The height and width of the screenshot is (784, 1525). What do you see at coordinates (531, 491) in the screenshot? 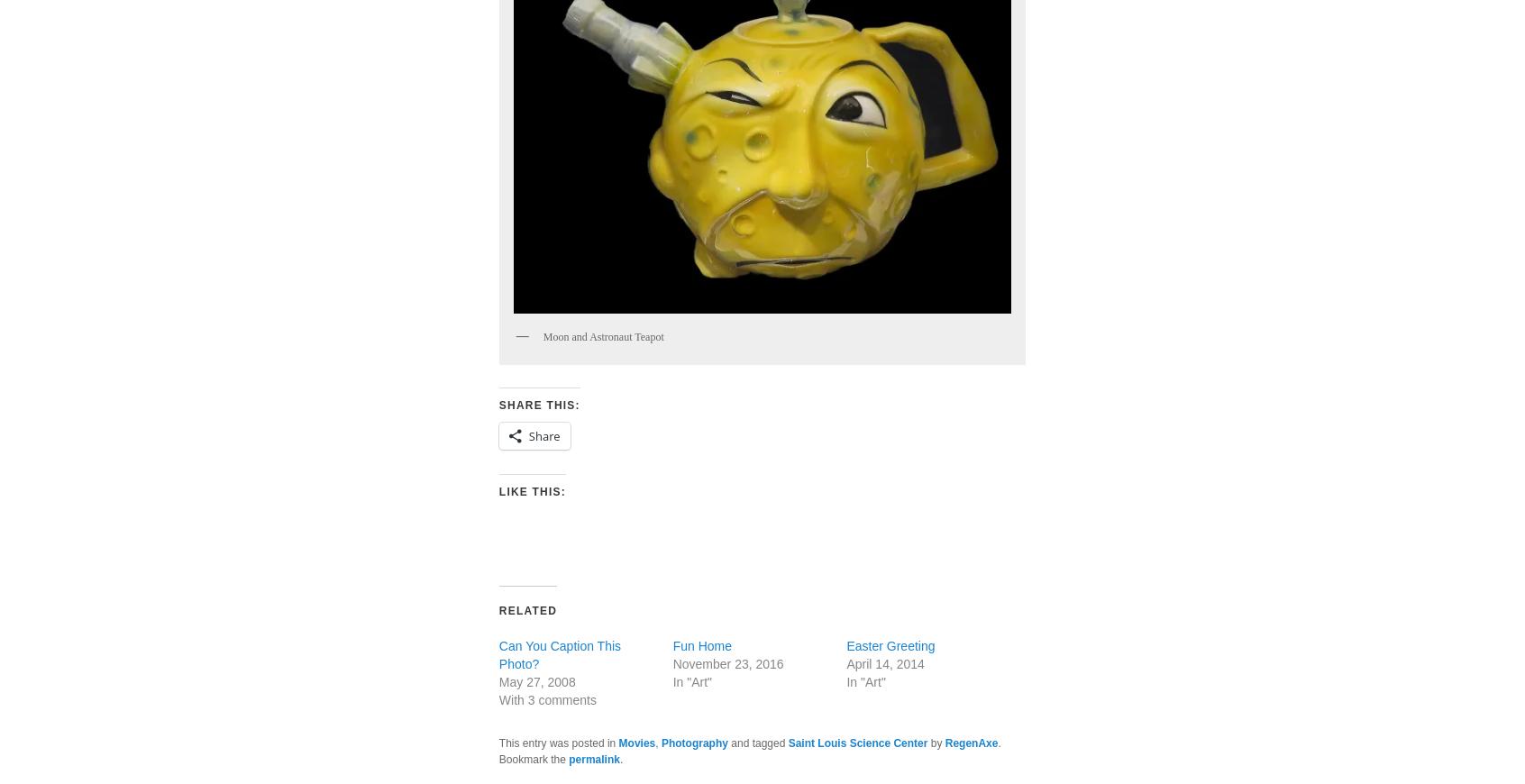
I see `'Like this:'` at bounding box center [531, 491].